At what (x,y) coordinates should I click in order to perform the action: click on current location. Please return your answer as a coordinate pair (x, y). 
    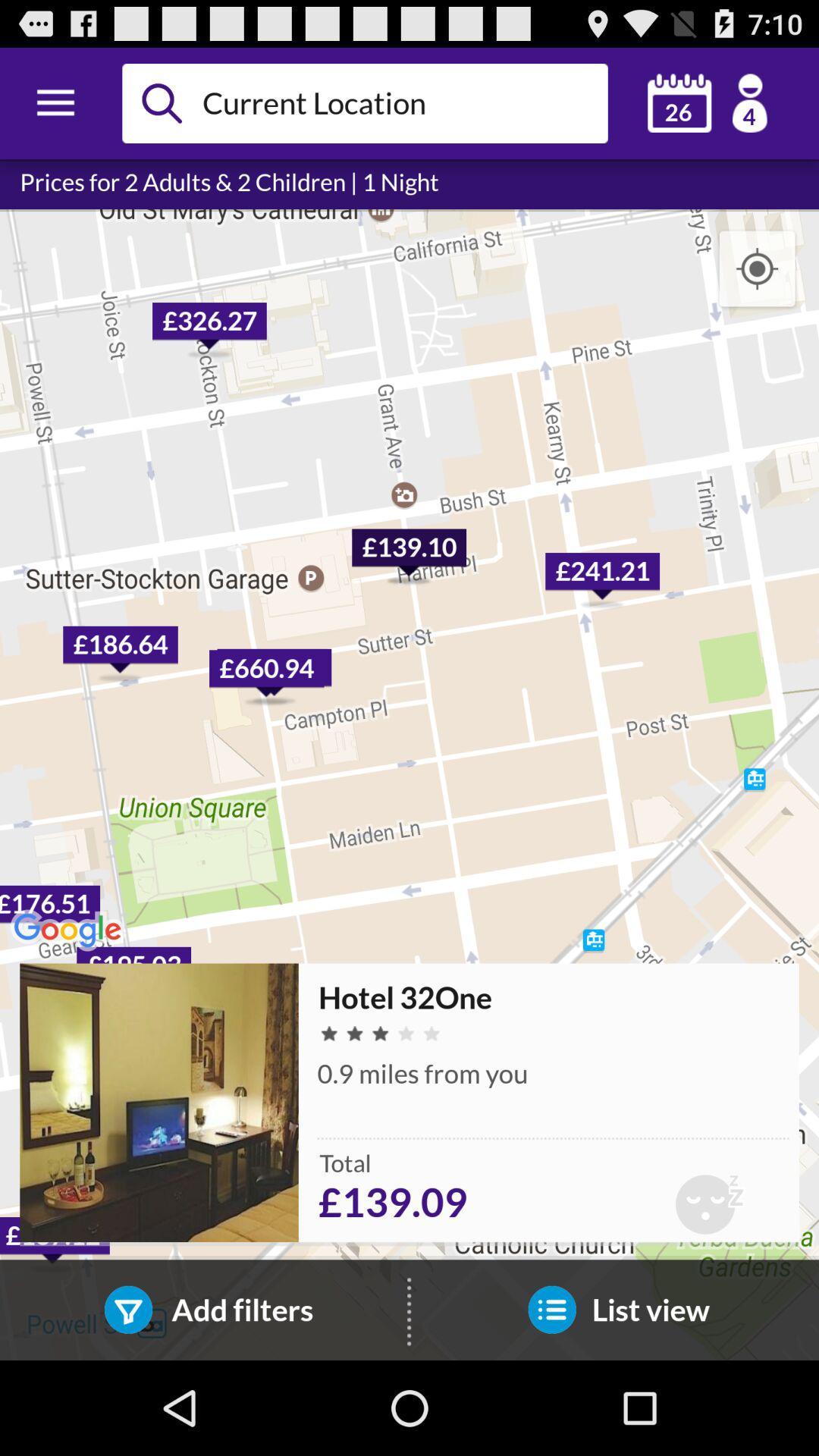
    Looking at the image, I should click on (398, 102).